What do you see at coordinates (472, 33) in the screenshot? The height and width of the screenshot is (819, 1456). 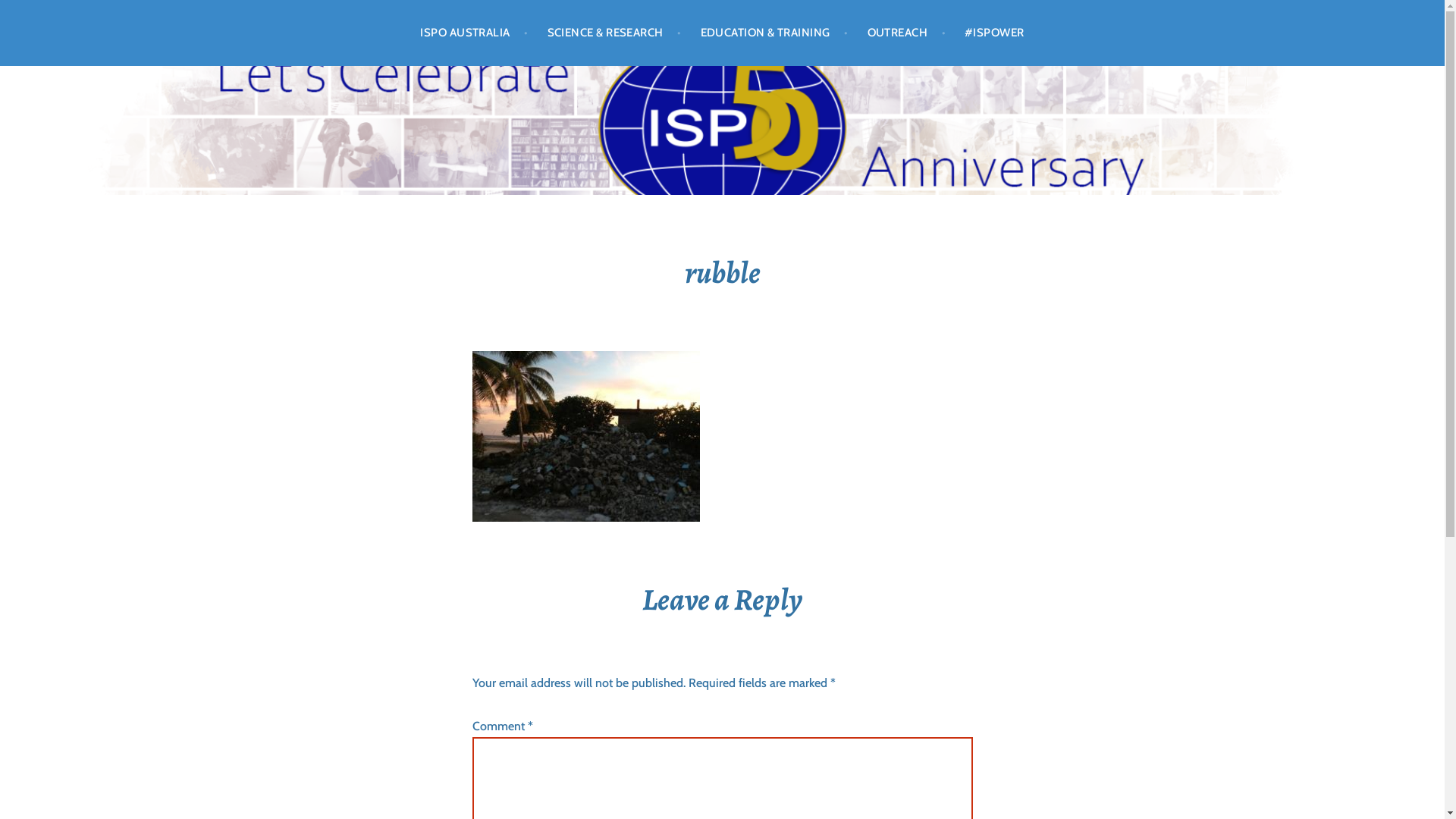 I see `'ISPO AUSTRALIA'` at bounding box center [472, 33].